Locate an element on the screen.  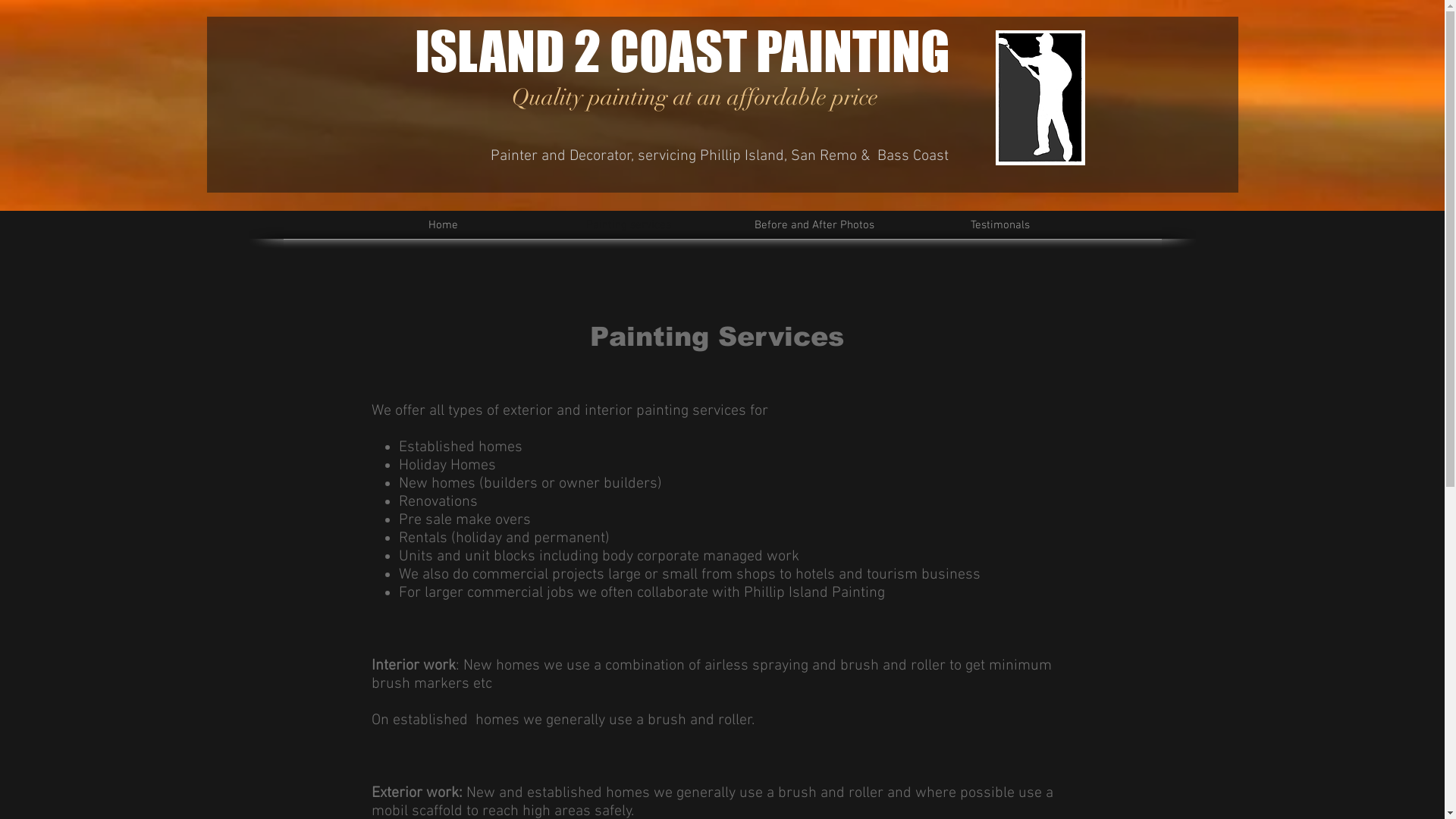
'Before and After Photos' is located at coordinates (814, 225).